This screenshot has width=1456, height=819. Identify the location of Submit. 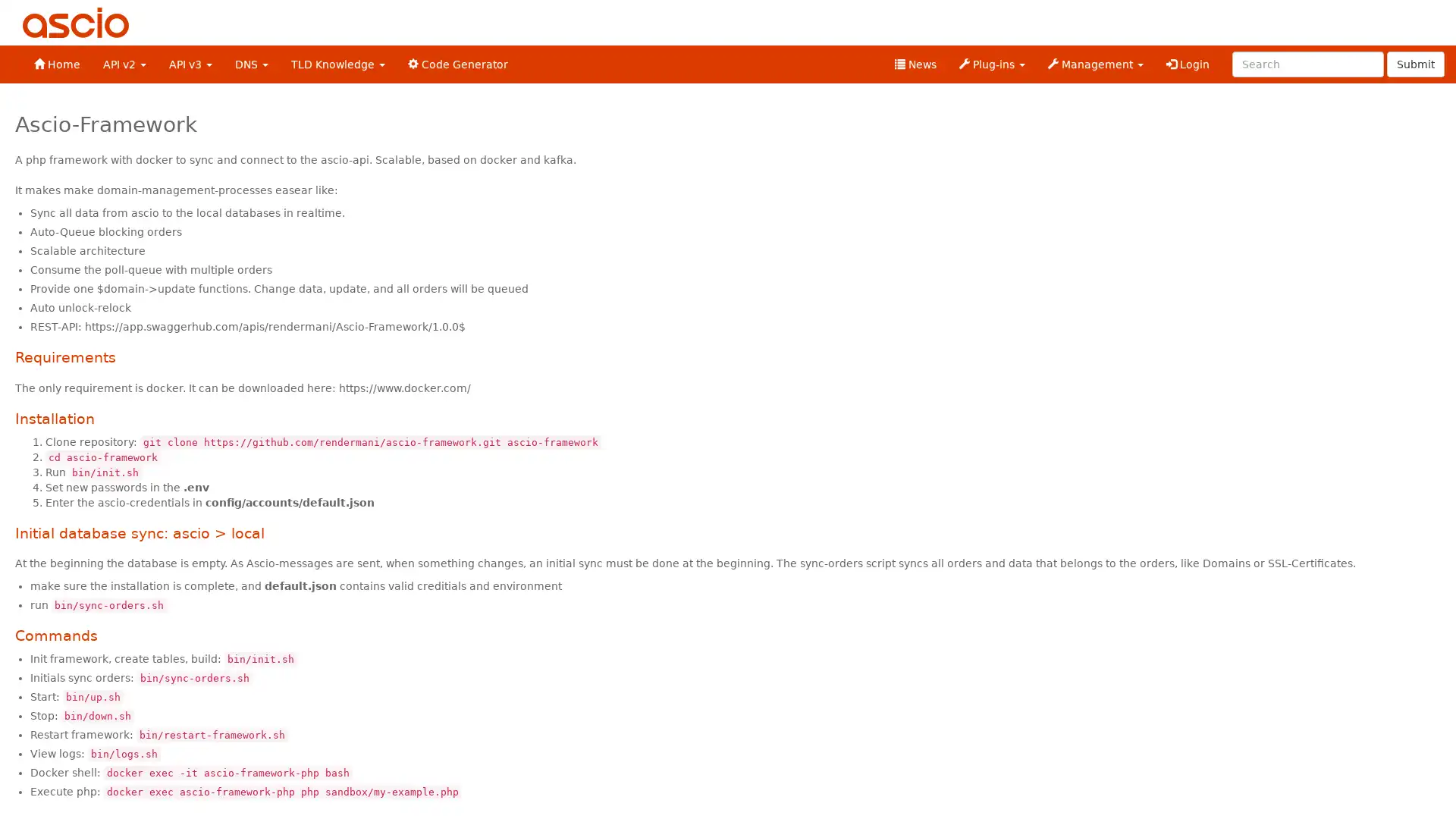
(1415, 63).